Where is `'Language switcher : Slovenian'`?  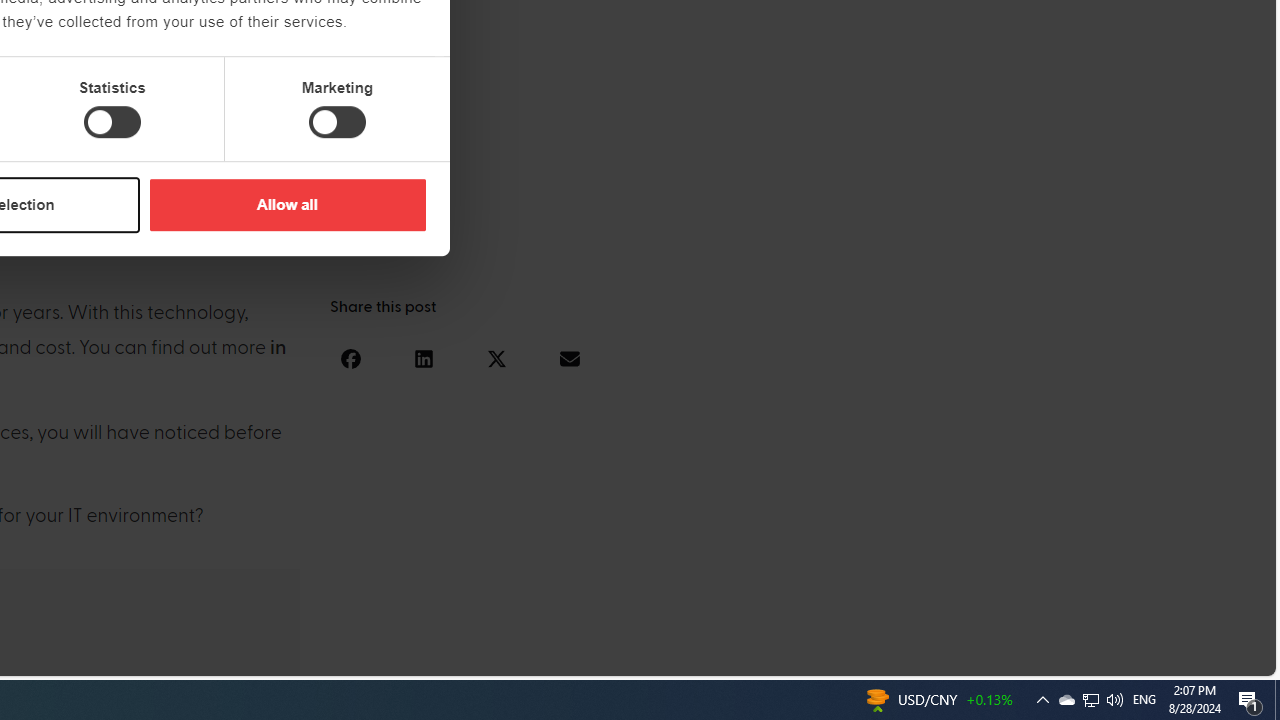
'Language switcher : Slovenian' is located at coordinates (1065, 657).